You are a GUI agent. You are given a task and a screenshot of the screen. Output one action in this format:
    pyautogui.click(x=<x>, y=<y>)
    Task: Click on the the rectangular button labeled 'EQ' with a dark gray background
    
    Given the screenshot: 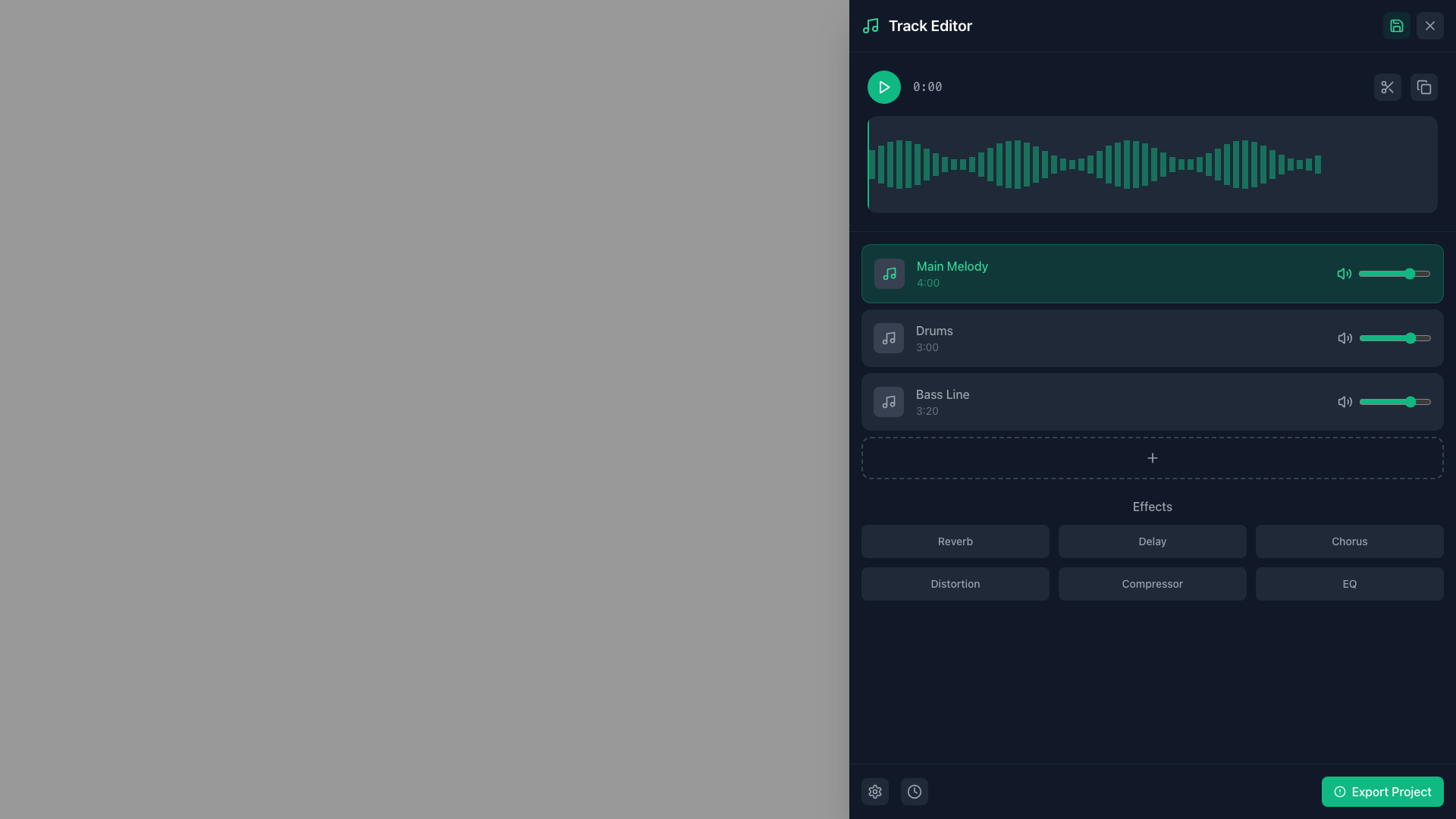 What is the action you would take?
    pyautogui.click(x=1350, y=583)
    